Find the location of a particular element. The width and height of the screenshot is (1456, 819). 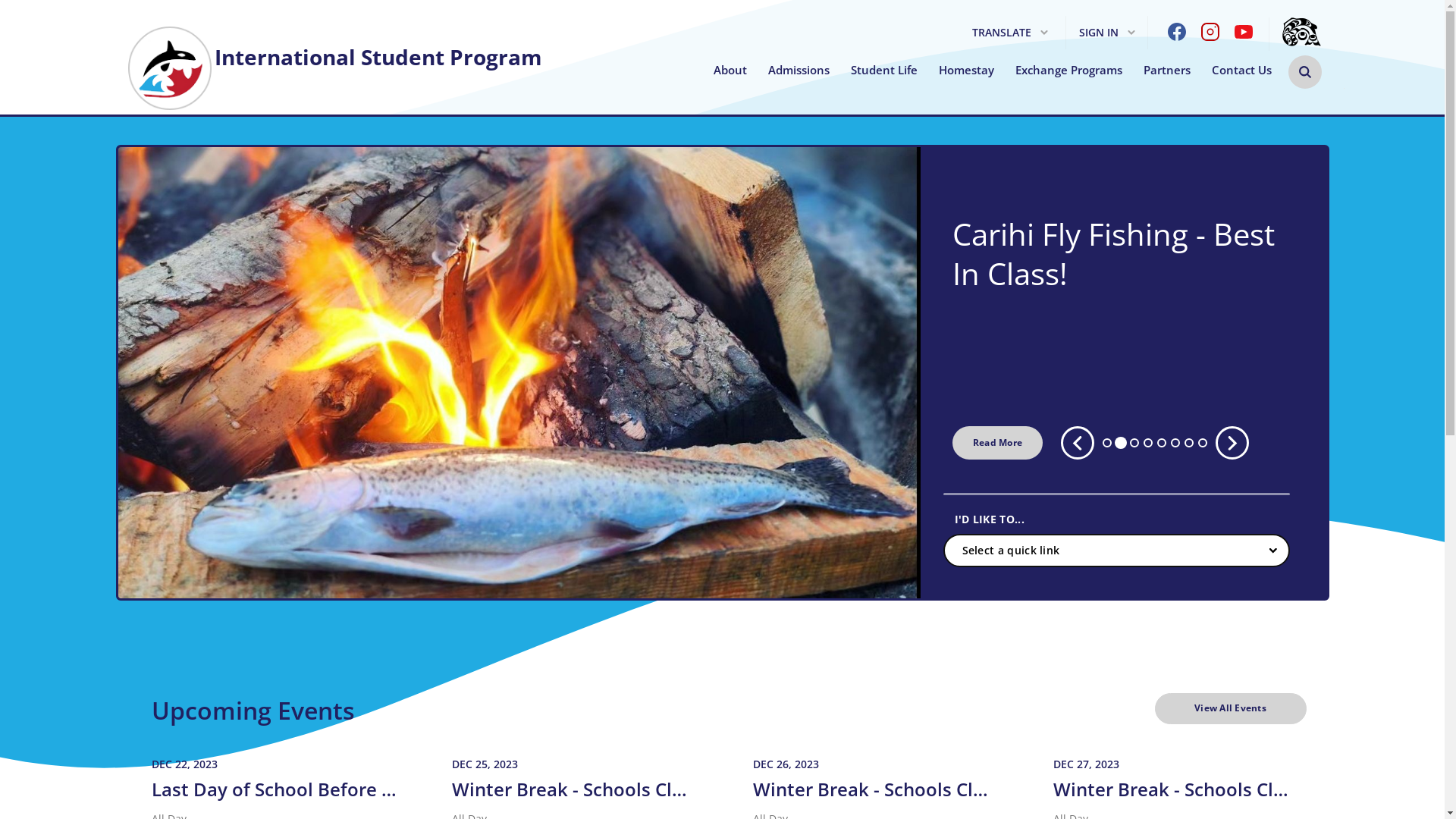

'View All Events' is located at coordinates (1230, 708).